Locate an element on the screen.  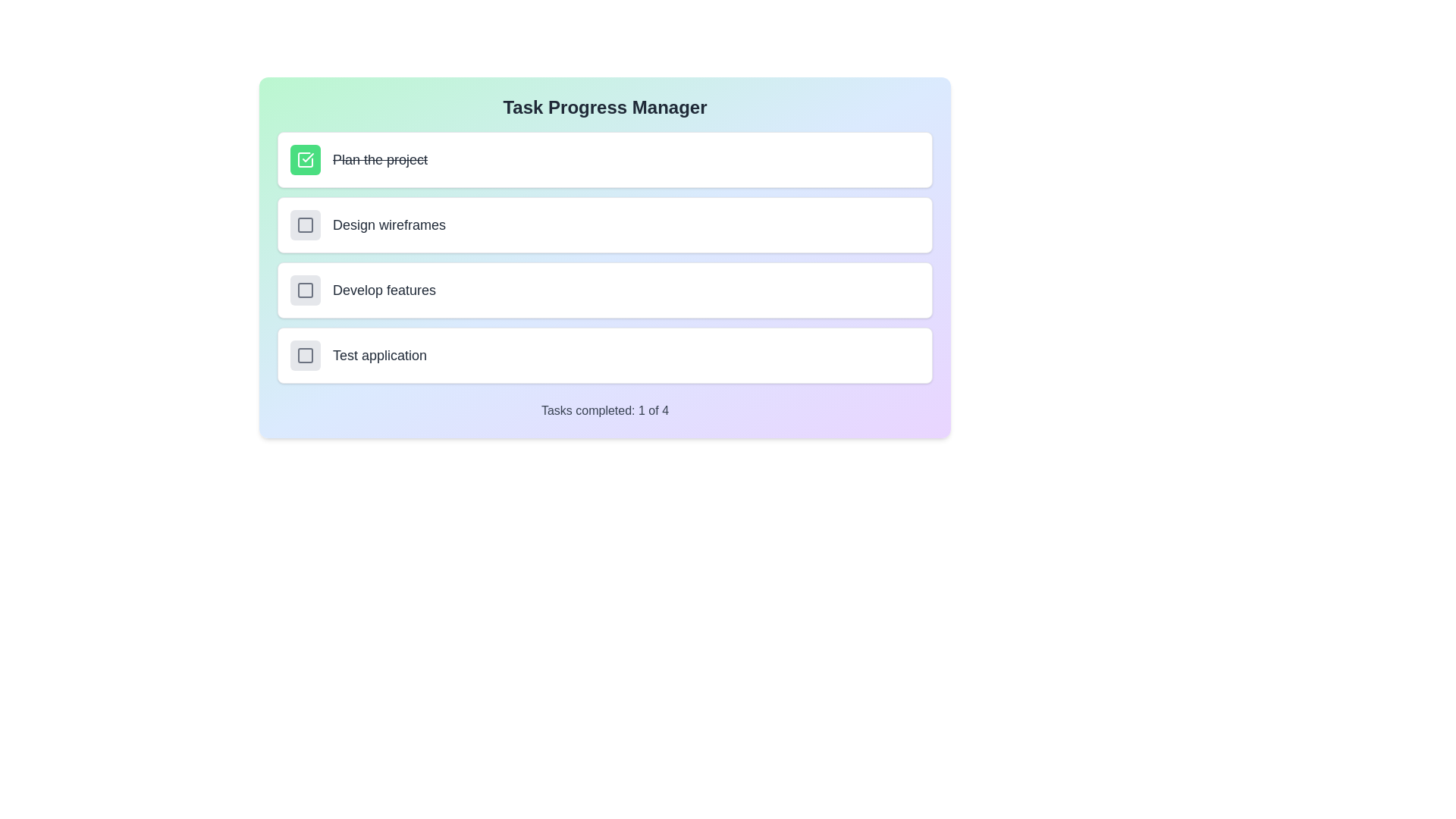
the static text label located in the second list item of a vertical list, positioned to the right of a checkbox icon is located at coordinates (389, 225).